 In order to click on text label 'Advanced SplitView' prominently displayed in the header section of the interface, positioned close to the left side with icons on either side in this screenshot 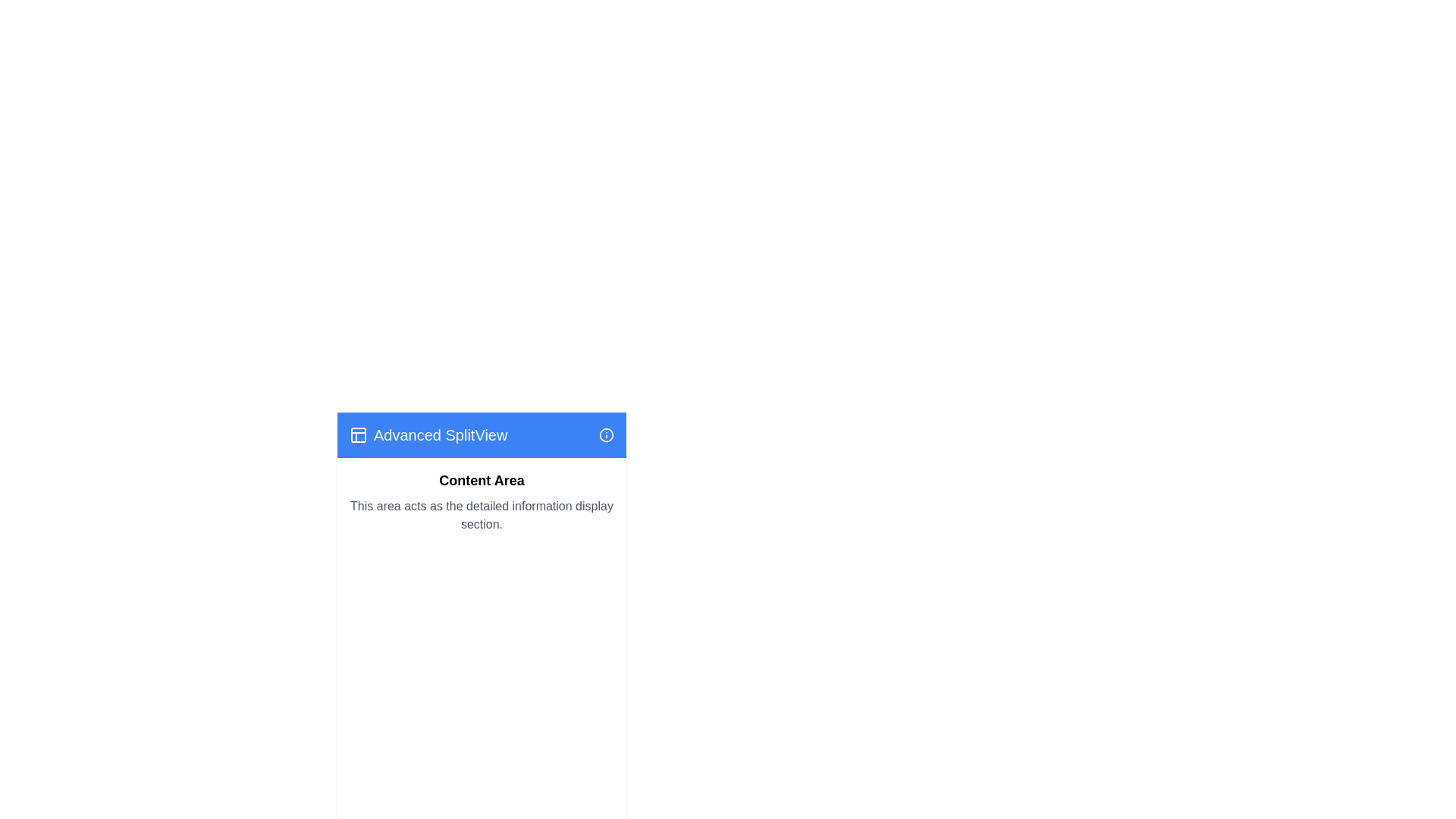, I will do `click(428, 435)`.